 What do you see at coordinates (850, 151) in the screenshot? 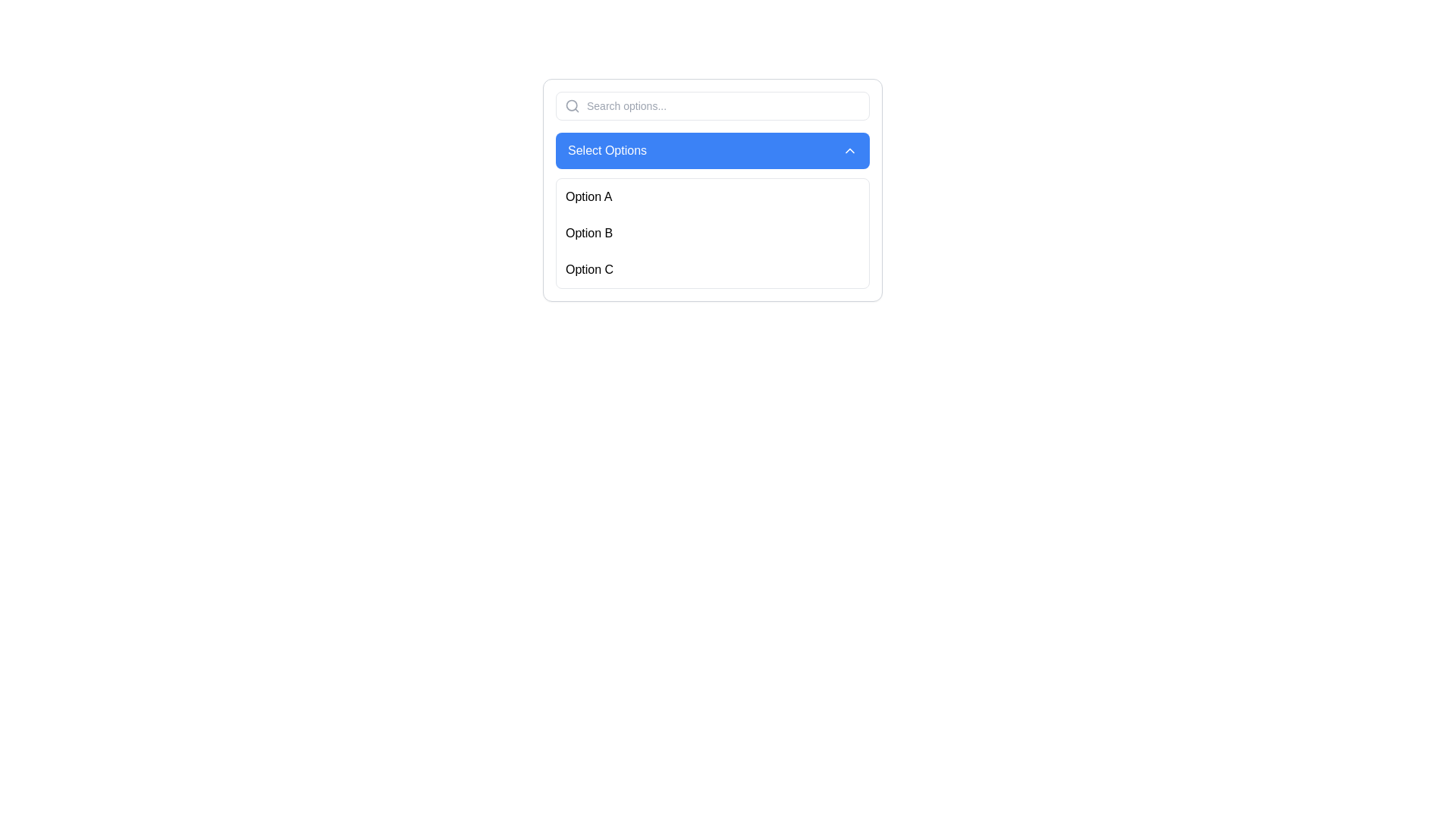
I see `the upward-pointing chevron arrow icon button, which has a blue background and is part of the 'Select Options' dropdown menu` at bounding box center [850, 151].